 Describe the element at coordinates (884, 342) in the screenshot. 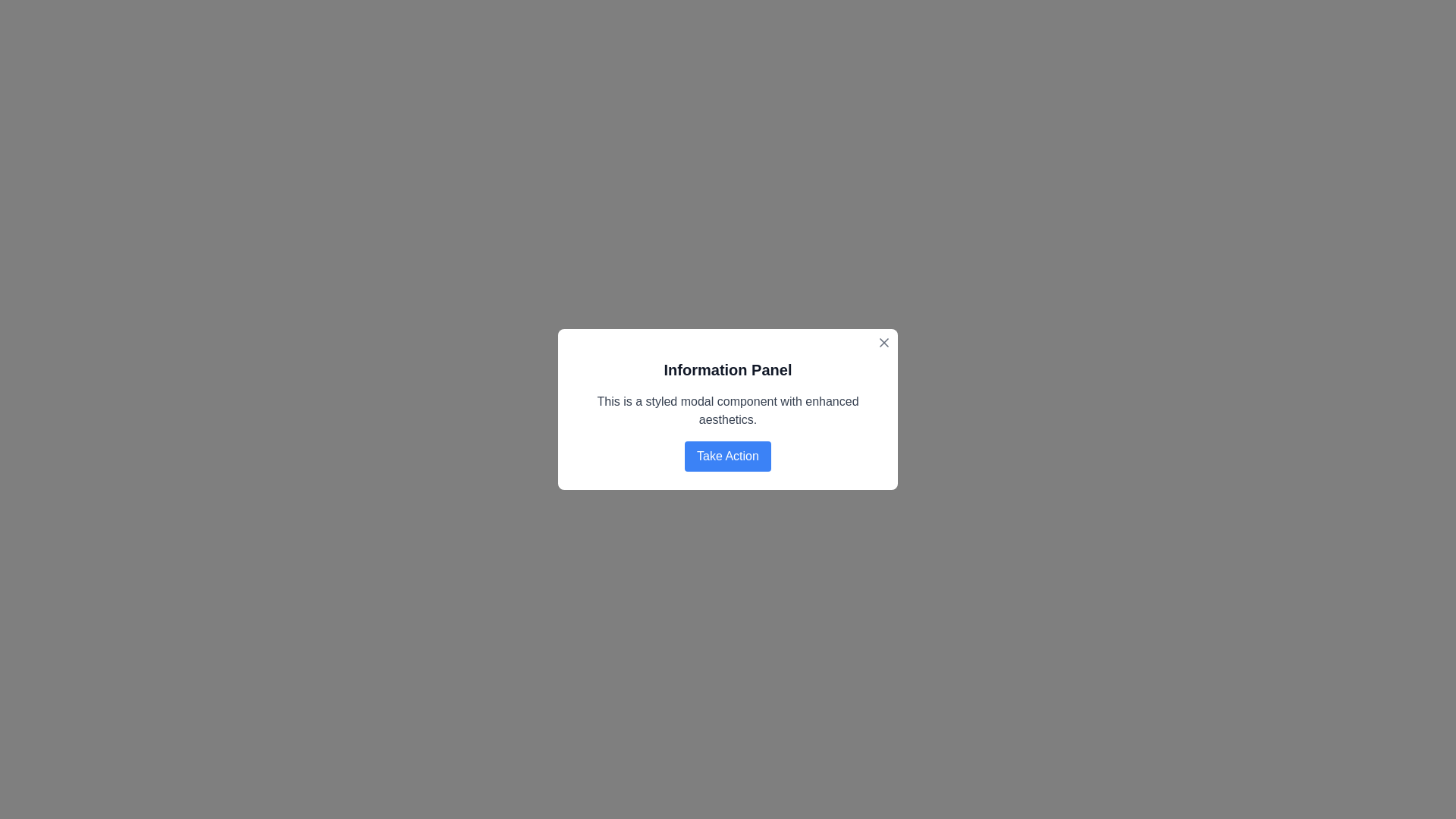

I see `the small, square-shaped close button with a gray cross icon located at the top-right corner of the modal panel to trigger the hover effect that changes its color` at that location.